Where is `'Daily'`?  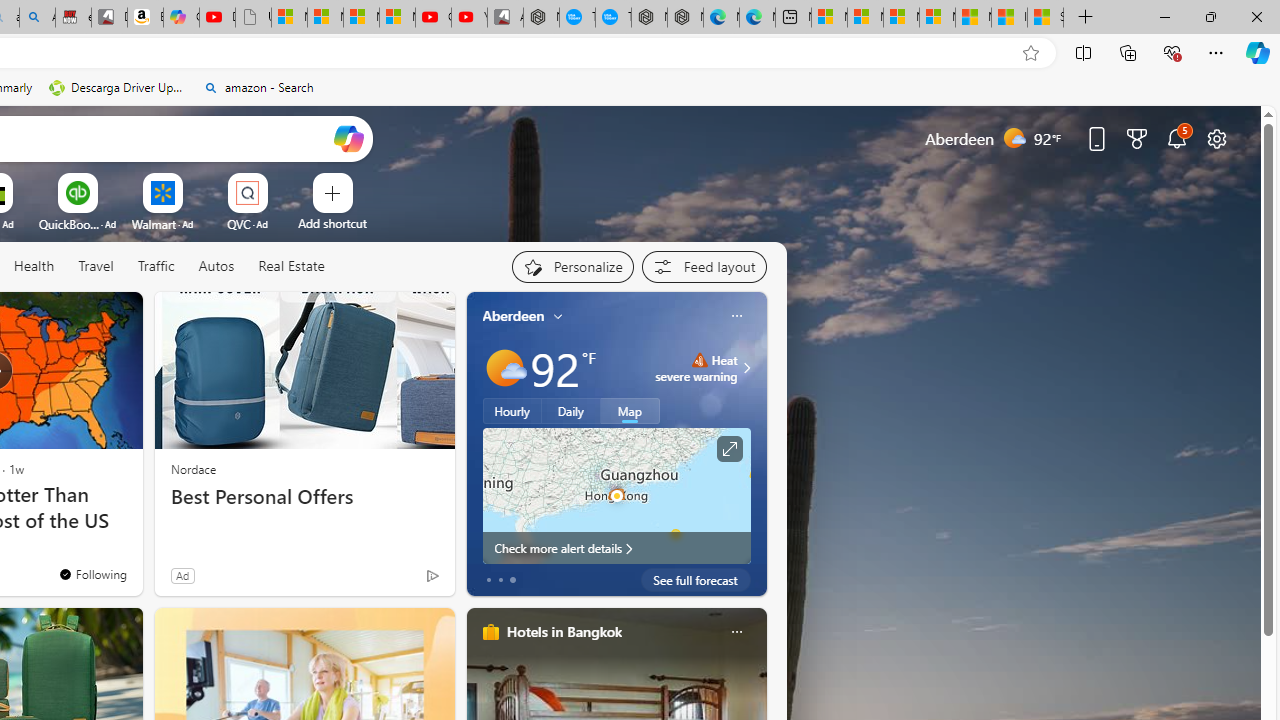
'Daily' is located at coordinates (570, 410).